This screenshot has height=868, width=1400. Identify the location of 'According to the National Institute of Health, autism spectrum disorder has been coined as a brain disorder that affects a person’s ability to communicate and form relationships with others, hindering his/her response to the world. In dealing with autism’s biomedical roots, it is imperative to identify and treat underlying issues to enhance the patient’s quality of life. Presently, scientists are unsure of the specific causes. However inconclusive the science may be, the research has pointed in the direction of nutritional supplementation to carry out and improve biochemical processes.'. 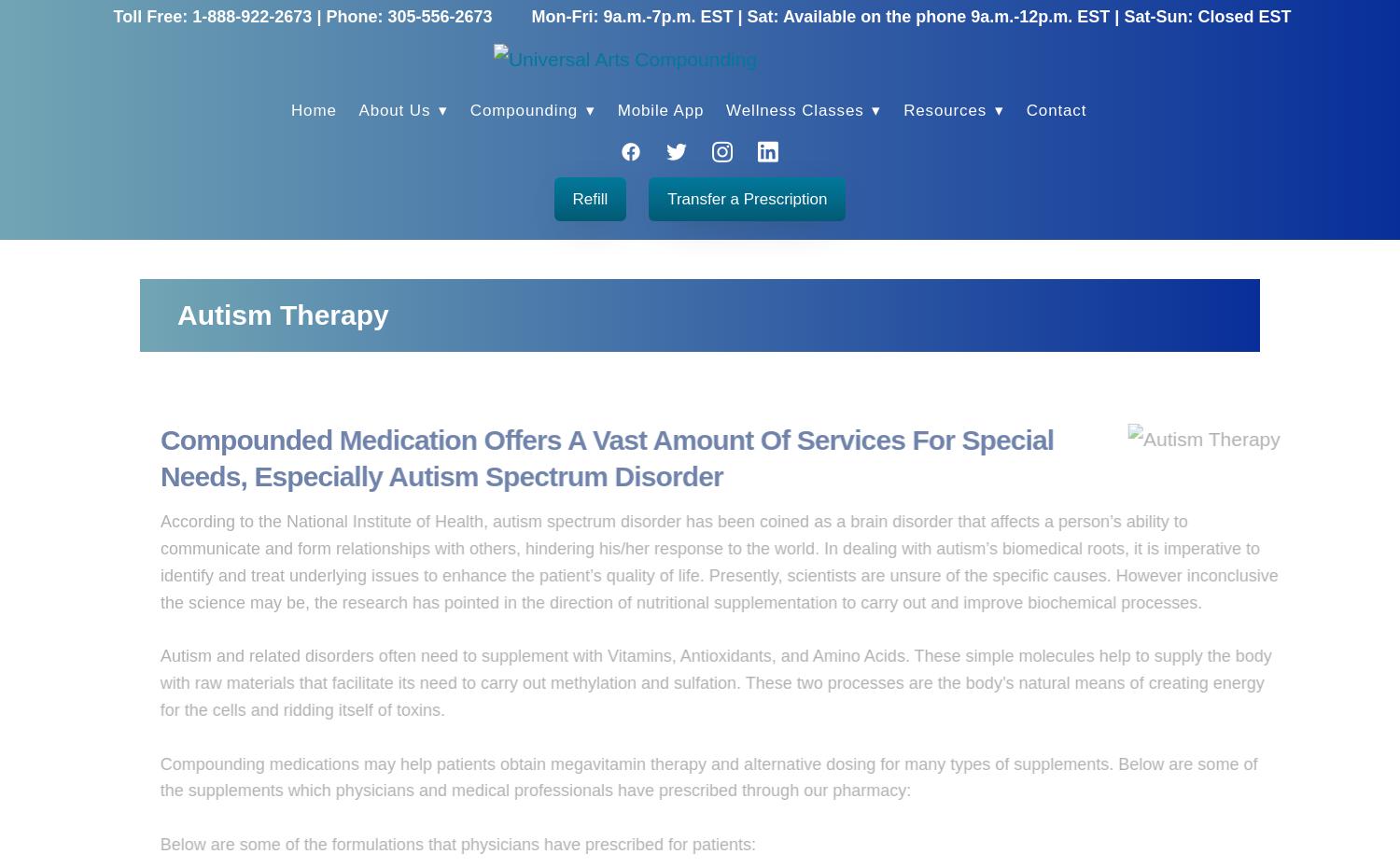
(697, 561).